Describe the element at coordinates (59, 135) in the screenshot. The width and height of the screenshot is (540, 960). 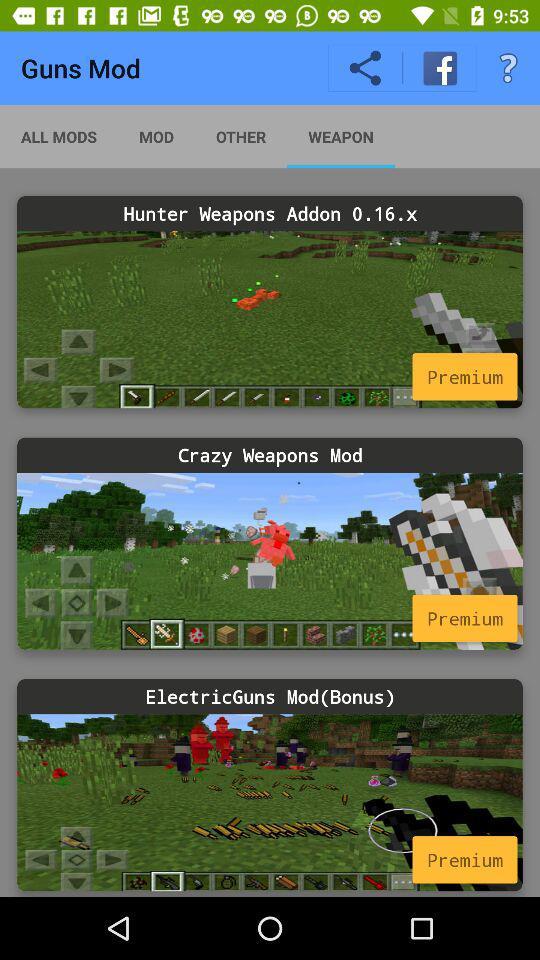
I see `the all mods` at that location.